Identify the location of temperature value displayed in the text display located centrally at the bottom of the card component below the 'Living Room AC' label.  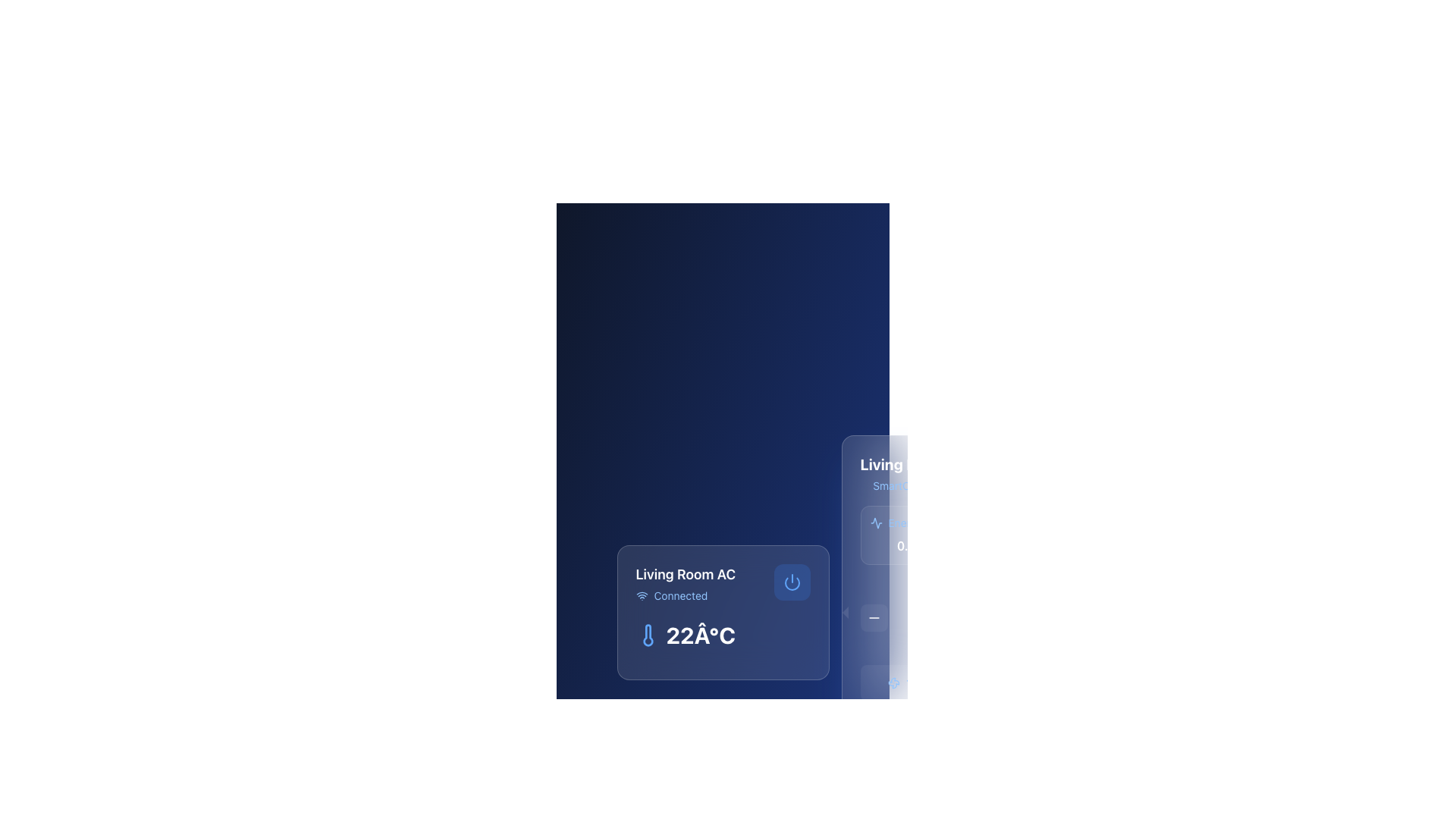
(722, 635).